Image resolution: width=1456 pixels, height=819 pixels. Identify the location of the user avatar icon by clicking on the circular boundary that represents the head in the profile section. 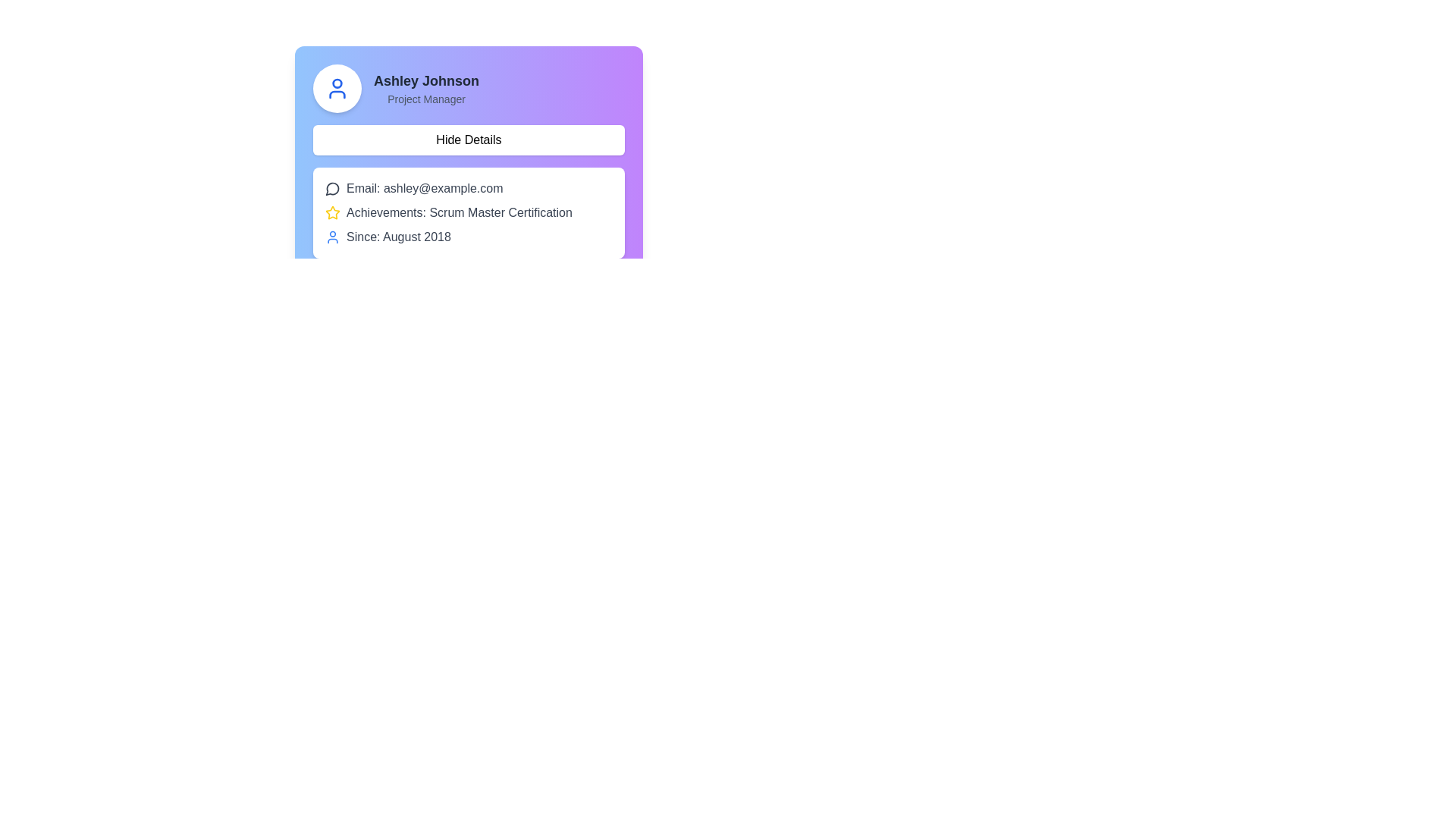
(337, 83).